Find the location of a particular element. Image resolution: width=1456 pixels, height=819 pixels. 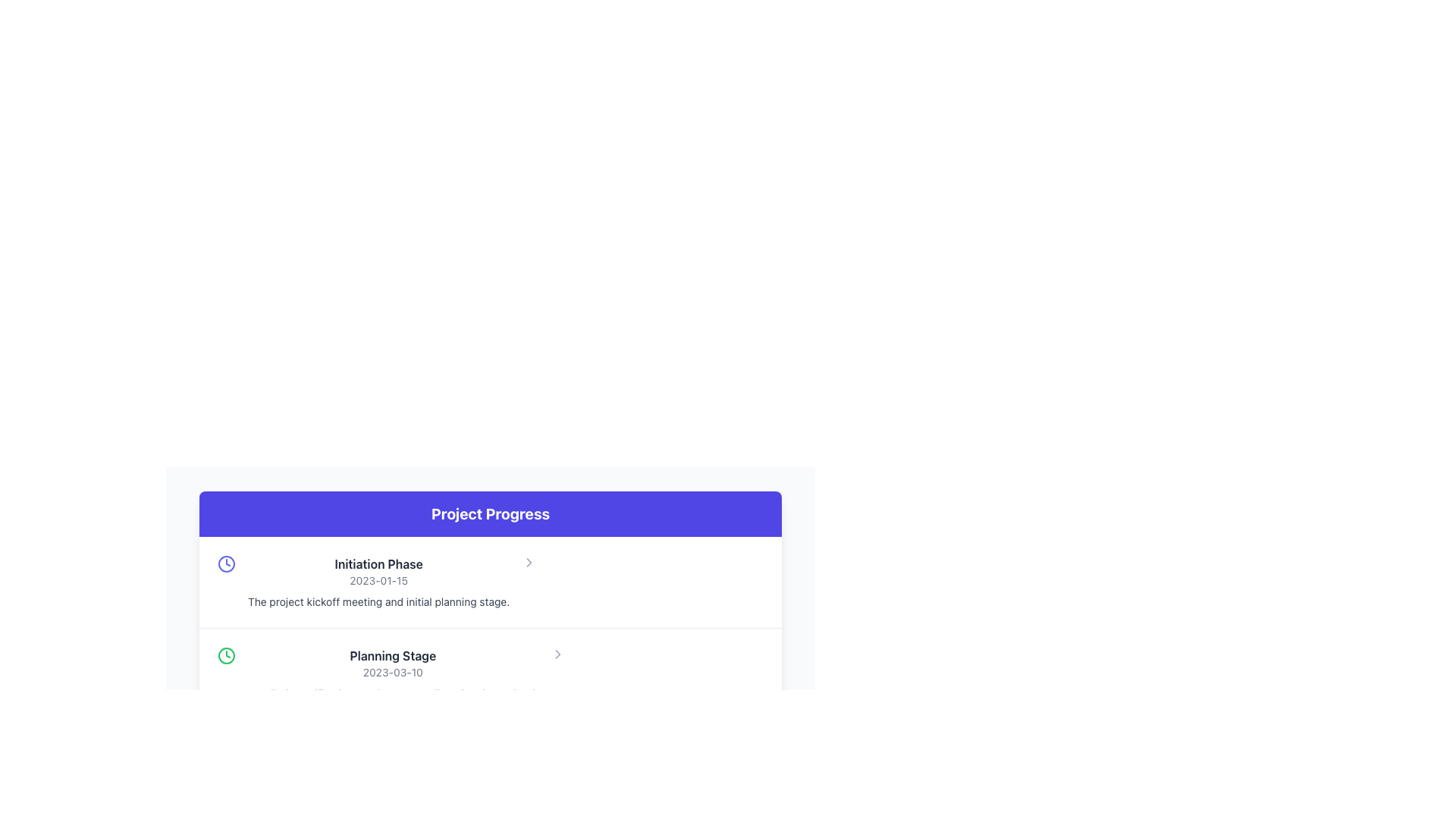

the navigational icon located in the right-hand section of the 'Initiation Phase' list item is located at coordinates (529, 562).